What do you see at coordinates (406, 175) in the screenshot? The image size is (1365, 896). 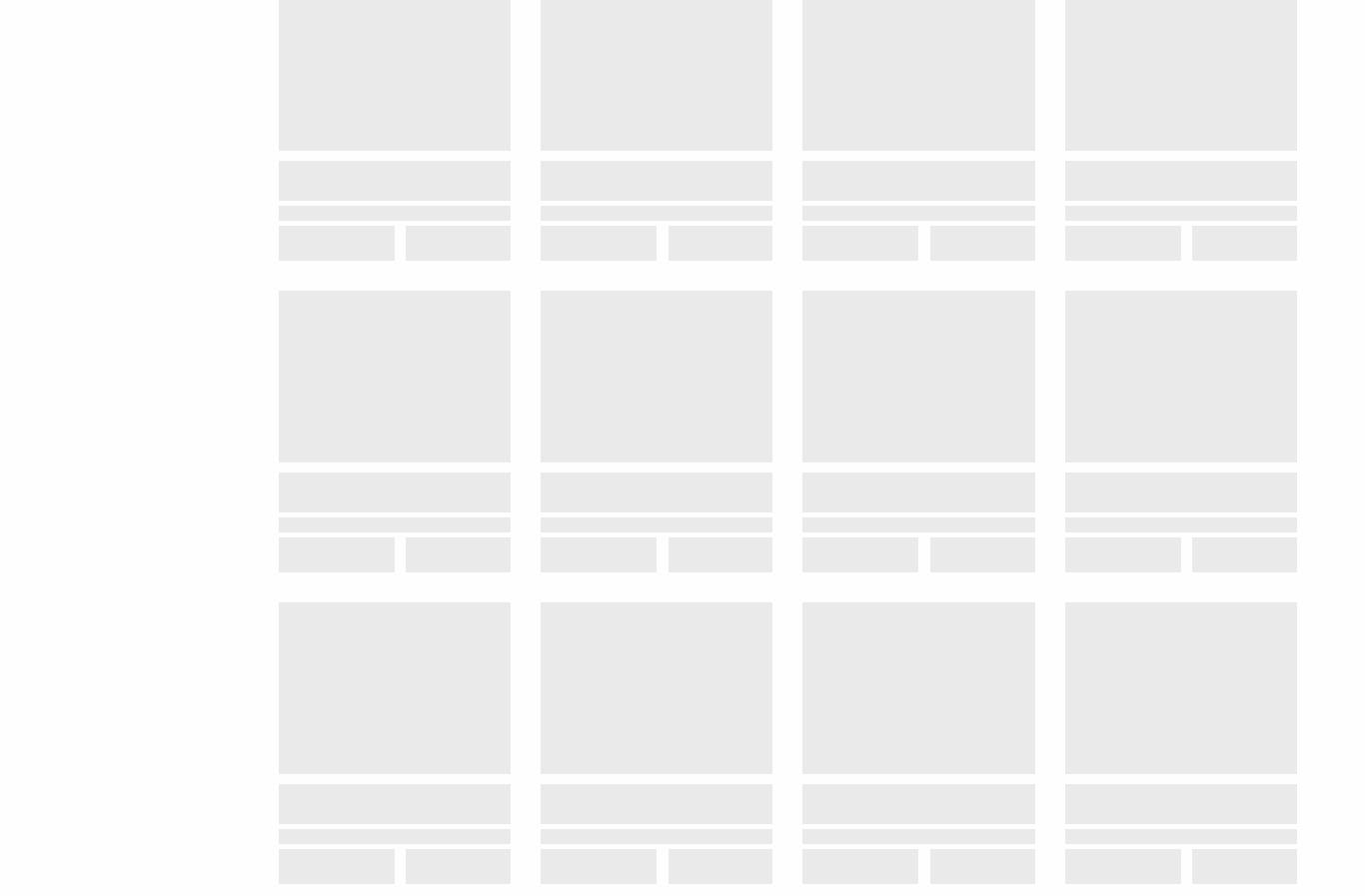 I see `'Grandville, MI 49418'` at bounding box center [406, 175].